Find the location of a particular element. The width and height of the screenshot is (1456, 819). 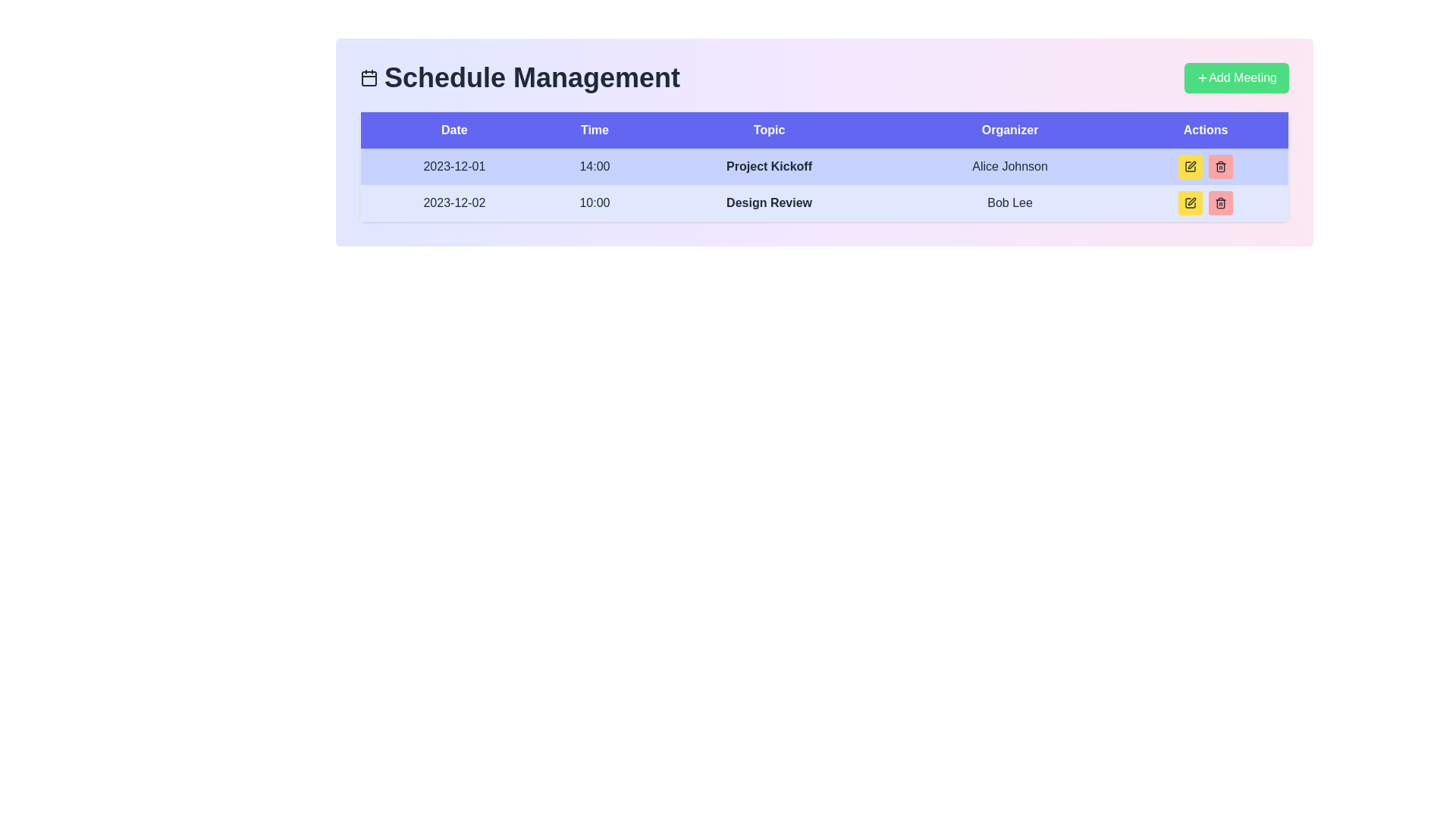

the text label 'Actions' styled with a white font on a purple background, located in the header row of a table in the scheduled management interface is located at coordinates (1205, 129).